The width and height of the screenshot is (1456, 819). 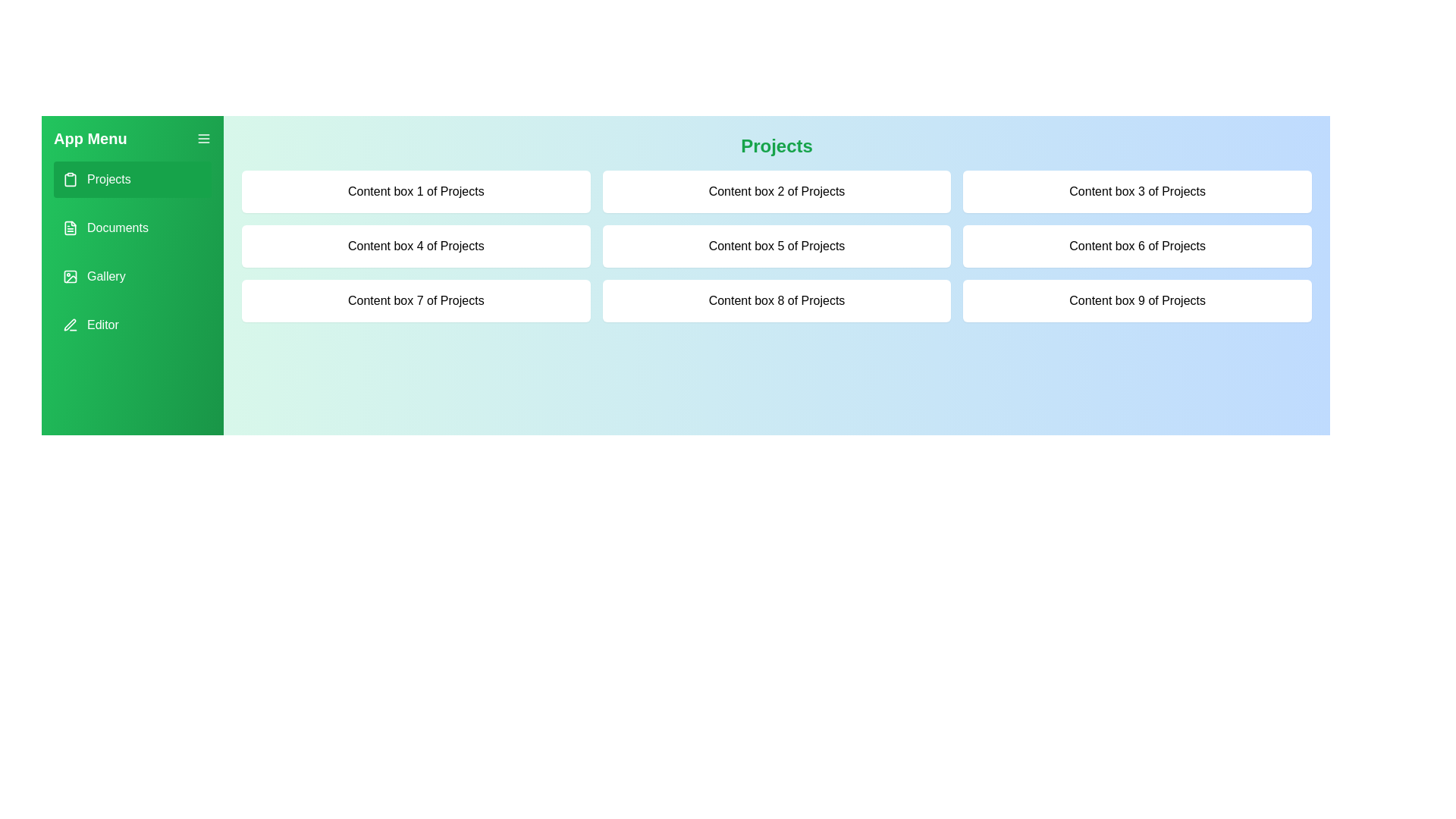 I want to click on the section Projects from the menu, so click(x=132, y=178).